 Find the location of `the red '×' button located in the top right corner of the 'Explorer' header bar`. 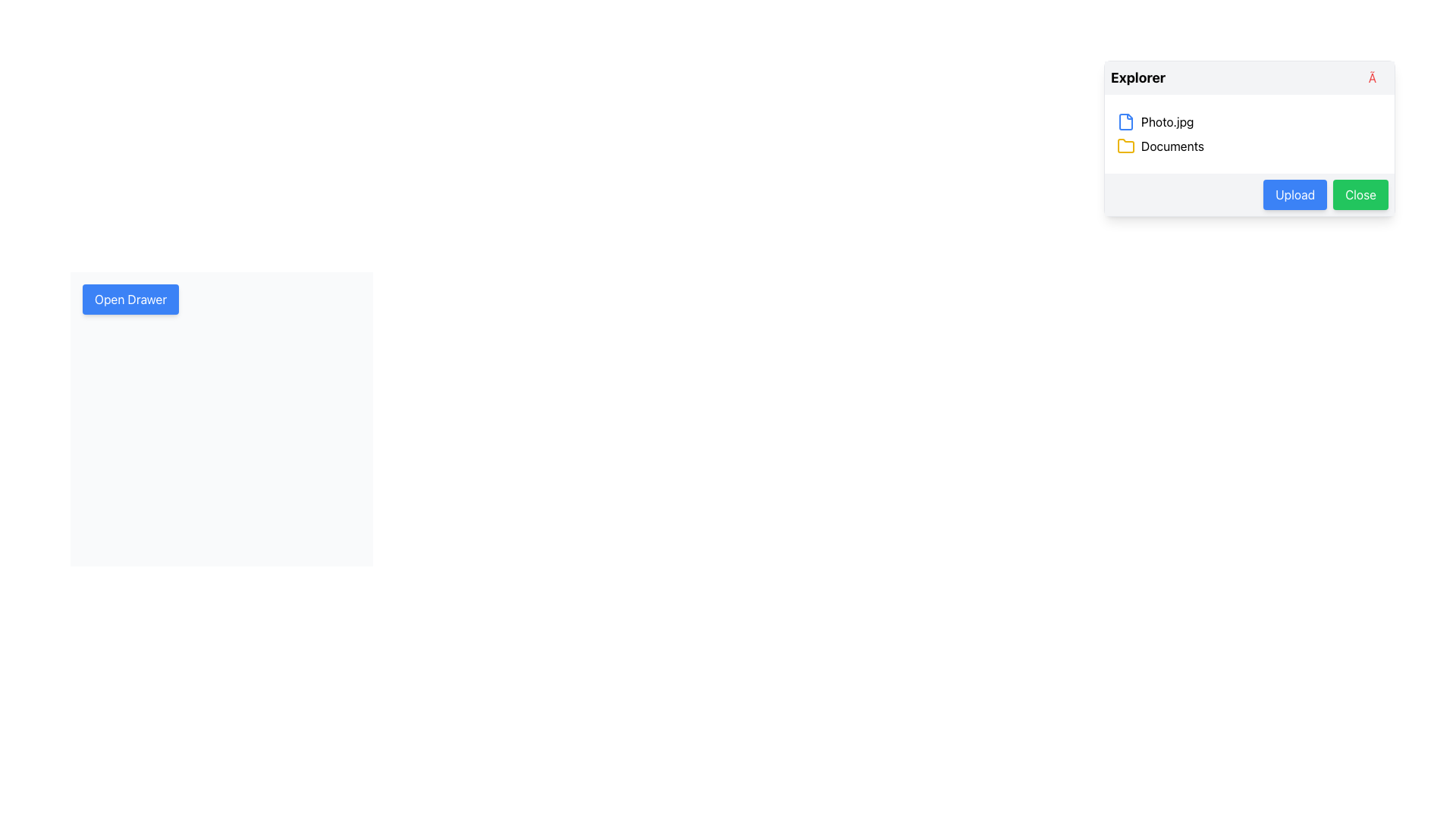

the red '×' button located in the top right corner of the 'Explorer' header bar is located at coordinates (1378, 78).